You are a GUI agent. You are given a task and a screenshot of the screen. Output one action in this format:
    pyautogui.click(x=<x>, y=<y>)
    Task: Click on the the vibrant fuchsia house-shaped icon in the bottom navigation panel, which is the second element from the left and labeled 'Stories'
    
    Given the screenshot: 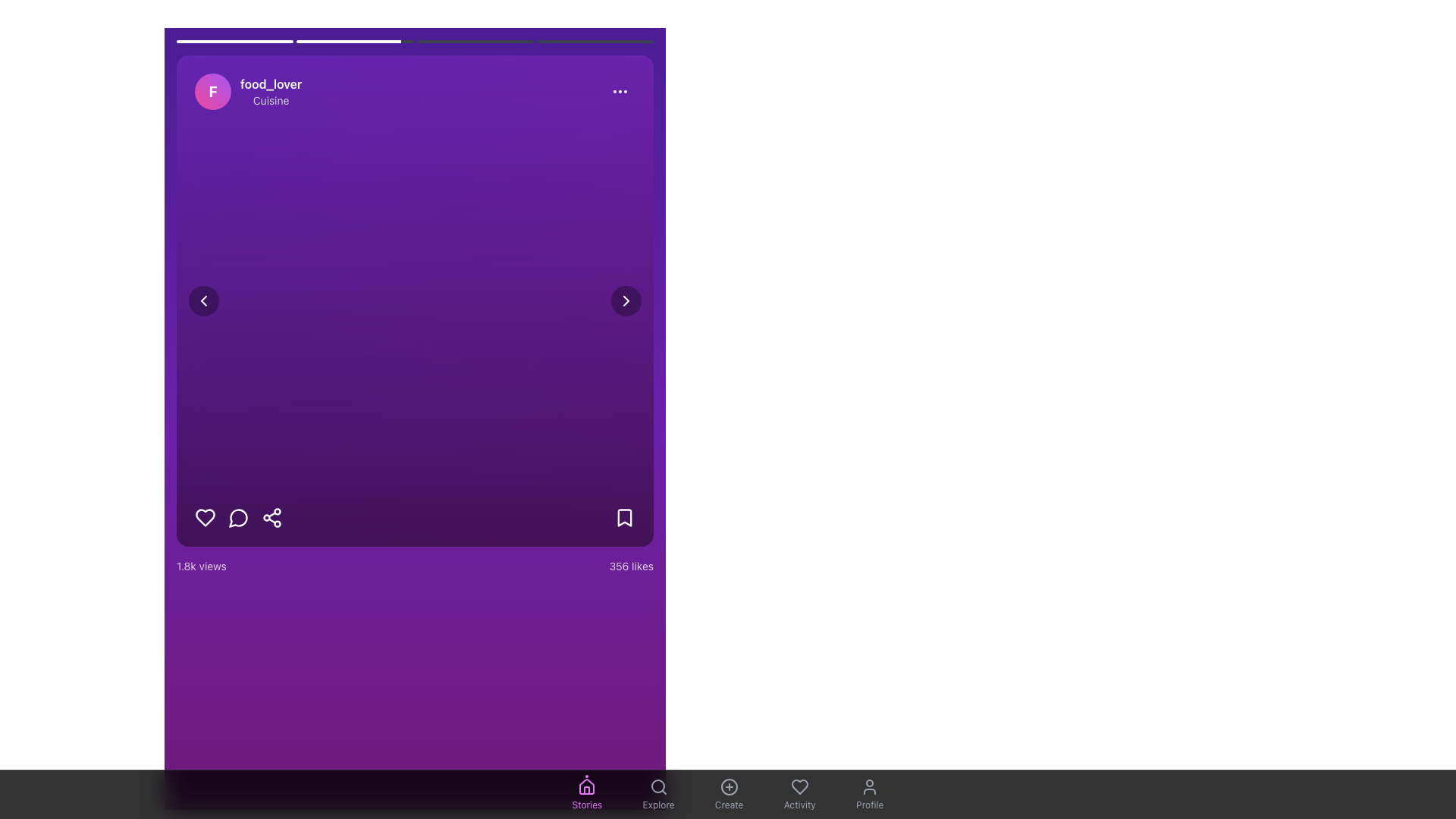 What is the action you would take?
    pyautogui.click(x=586, y=786)
    